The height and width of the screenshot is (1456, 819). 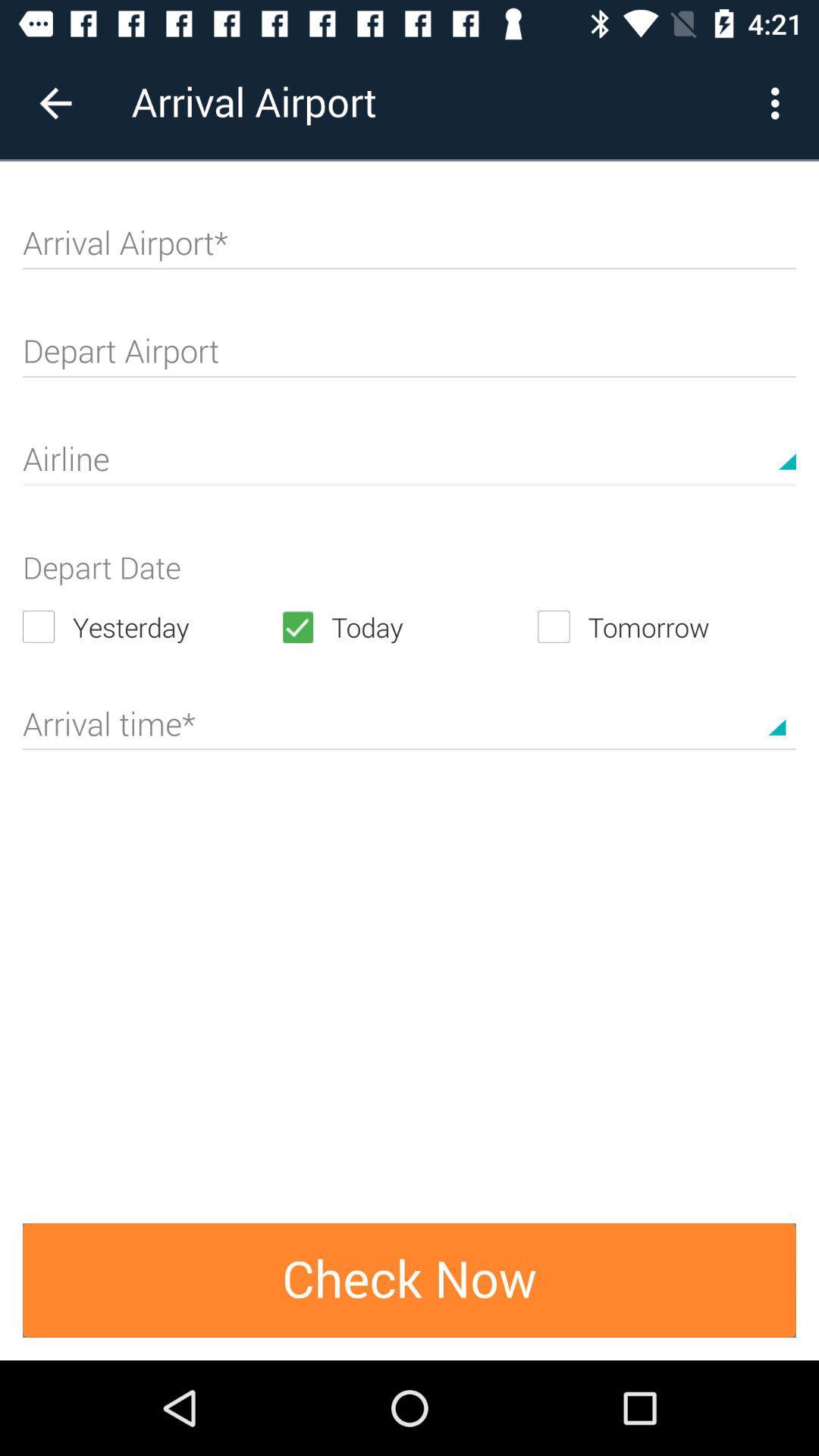 I want to click on item to the right of the arrival airport, so click(x=779, y=102).